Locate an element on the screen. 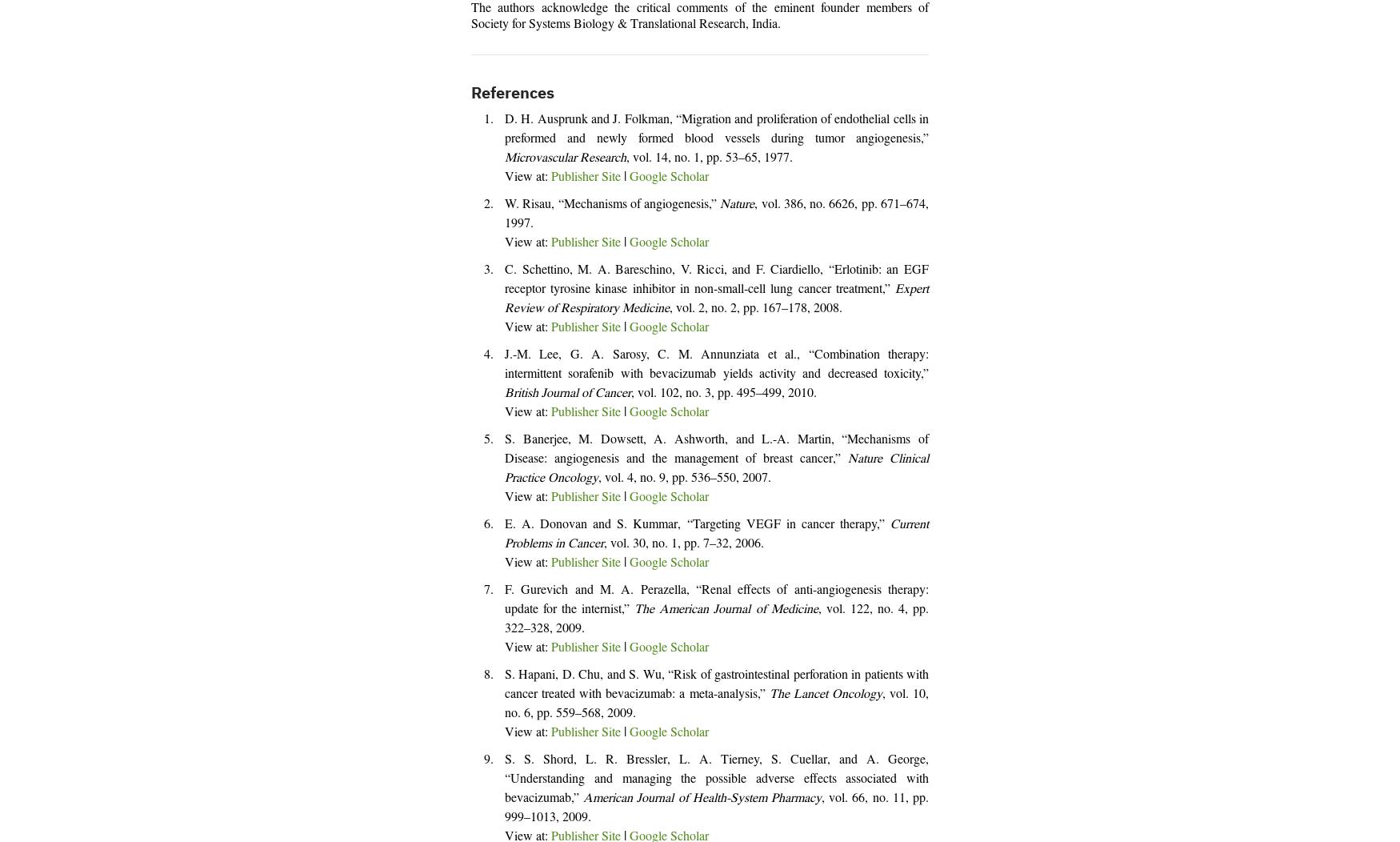 Image resolution: width=1400 pixels, height=842 pixels. 'S. S. Shord, L. R. Bressler, L. A. Tierney, S. Cuellar, and A. George, “Understanding and managing the possible adverse effects associated with bevacizumab,”' is located at coordinates (716, 780).